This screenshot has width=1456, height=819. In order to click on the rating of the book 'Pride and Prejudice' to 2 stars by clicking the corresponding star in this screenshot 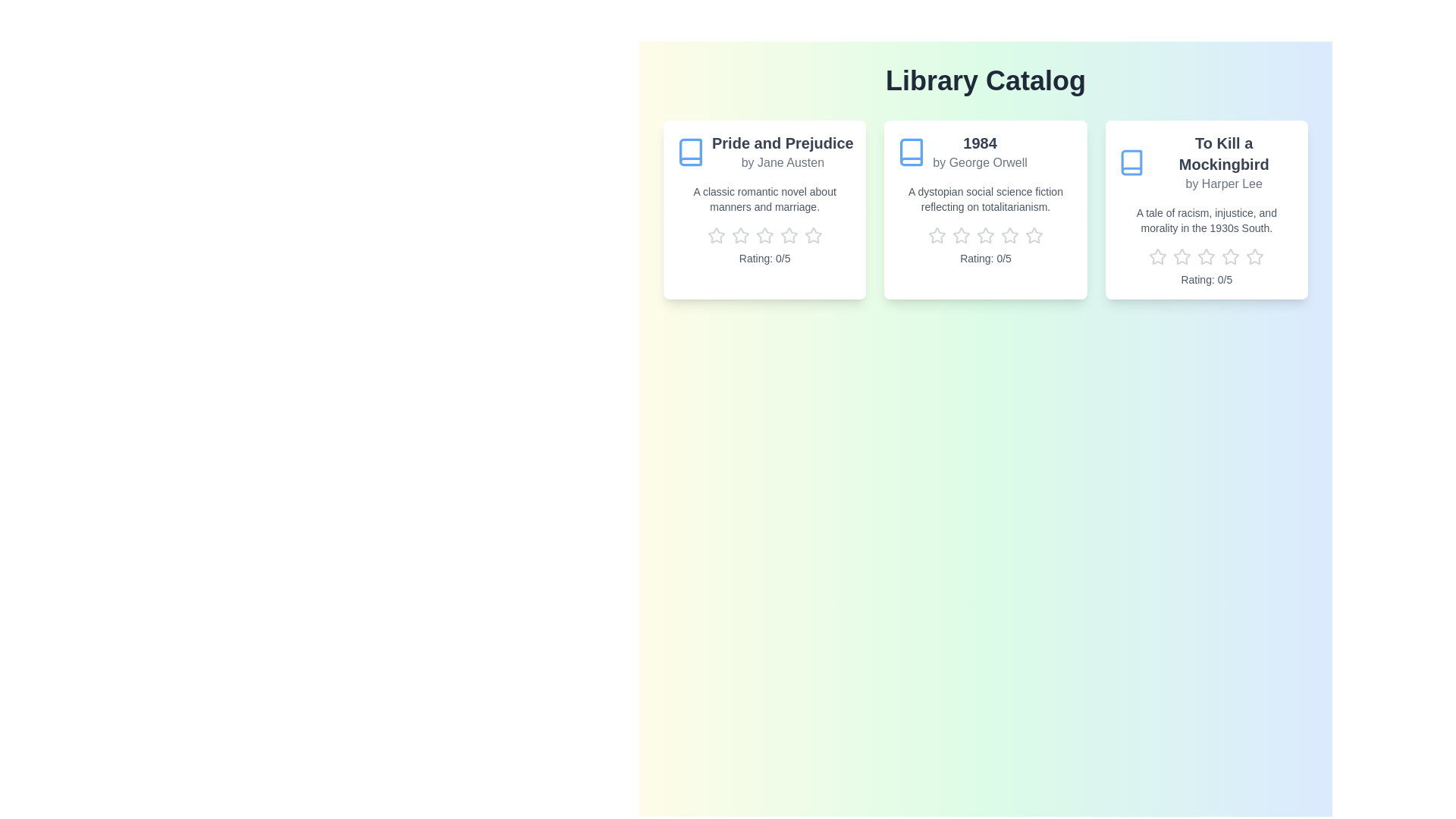, I will do `click(740, 236)`.